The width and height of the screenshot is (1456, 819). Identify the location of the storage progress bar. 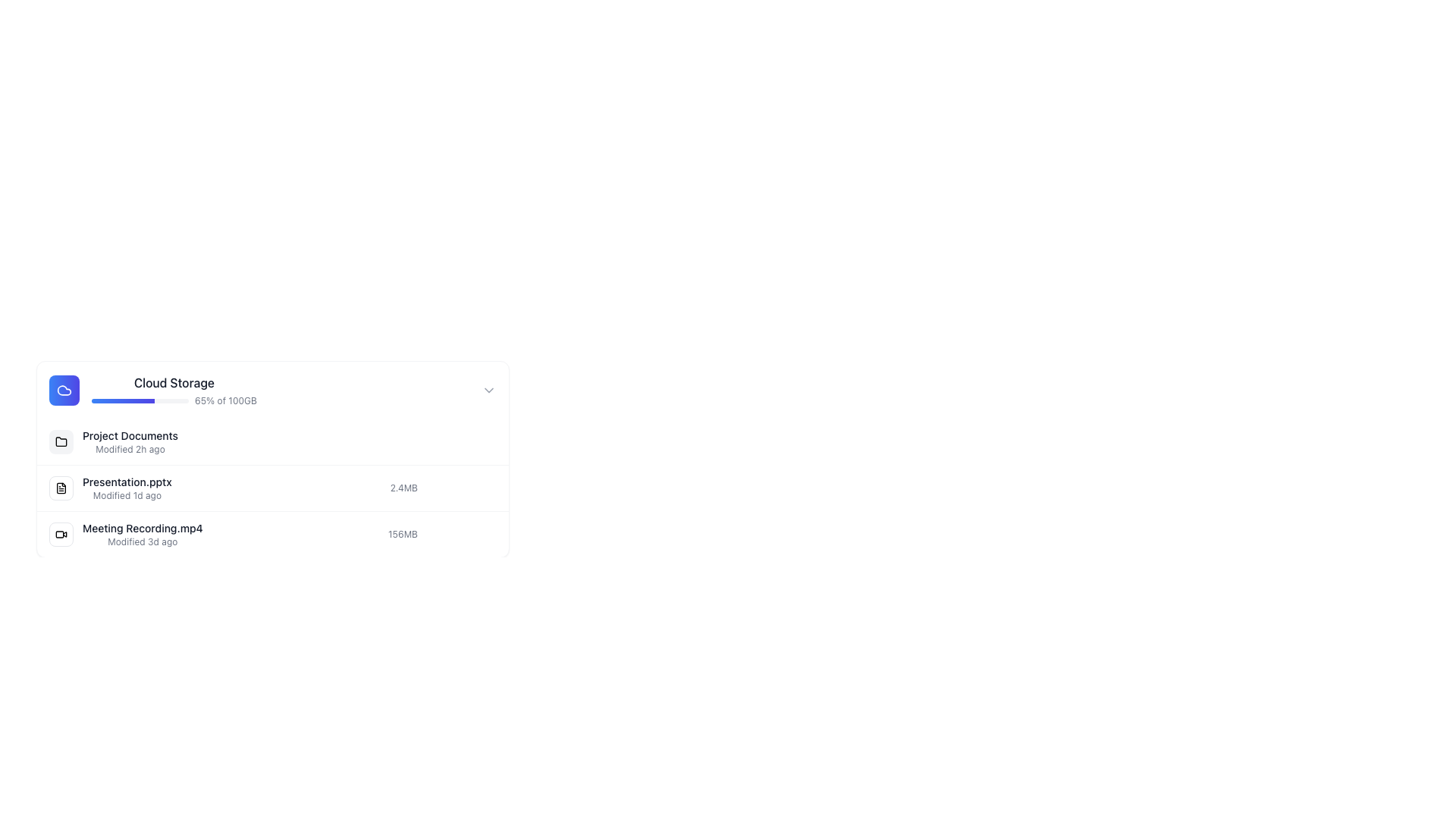
(111, 400).